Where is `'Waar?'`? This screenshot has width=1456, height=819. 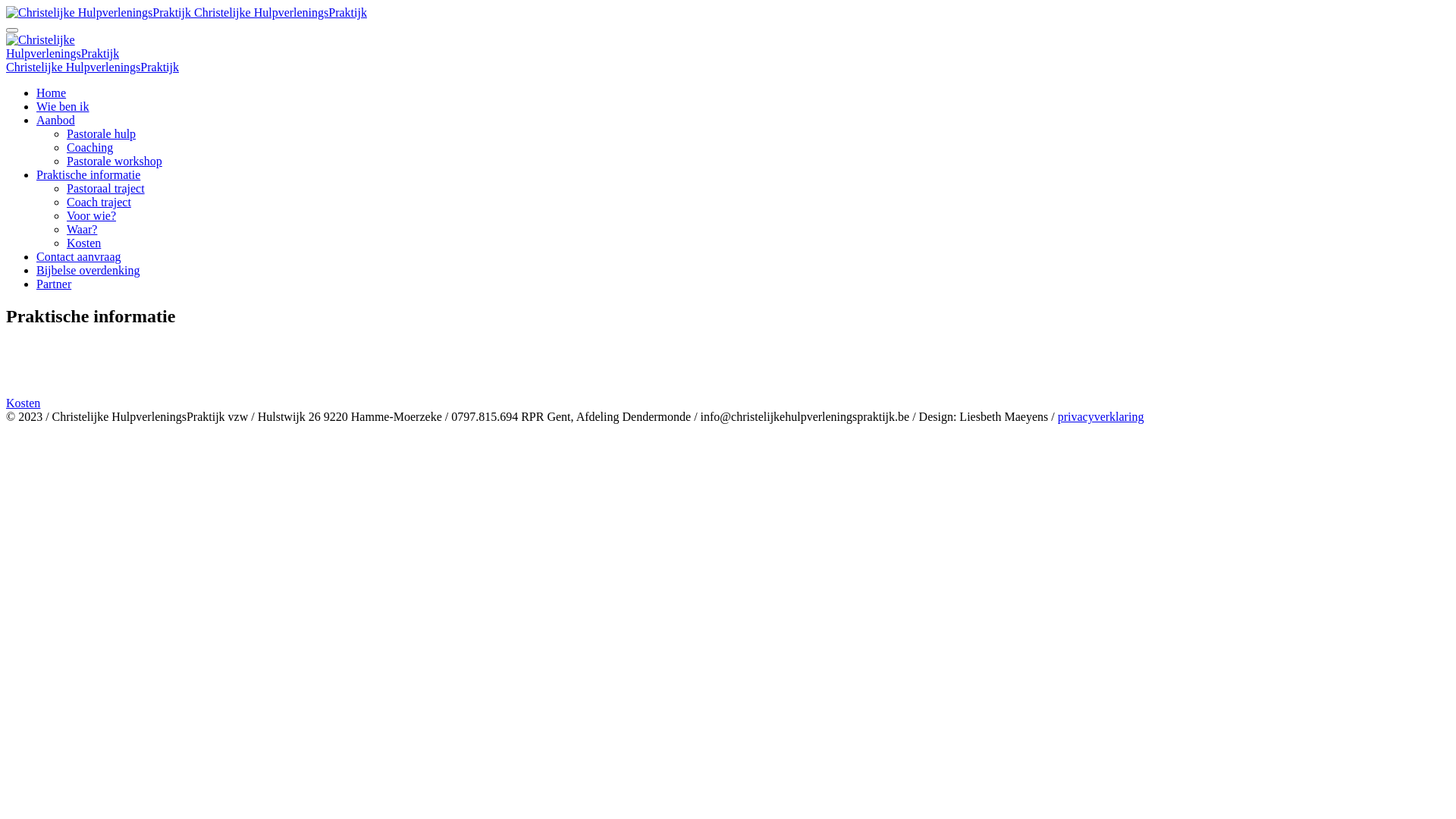 'Waar?' is located at coordinates (65, 229).